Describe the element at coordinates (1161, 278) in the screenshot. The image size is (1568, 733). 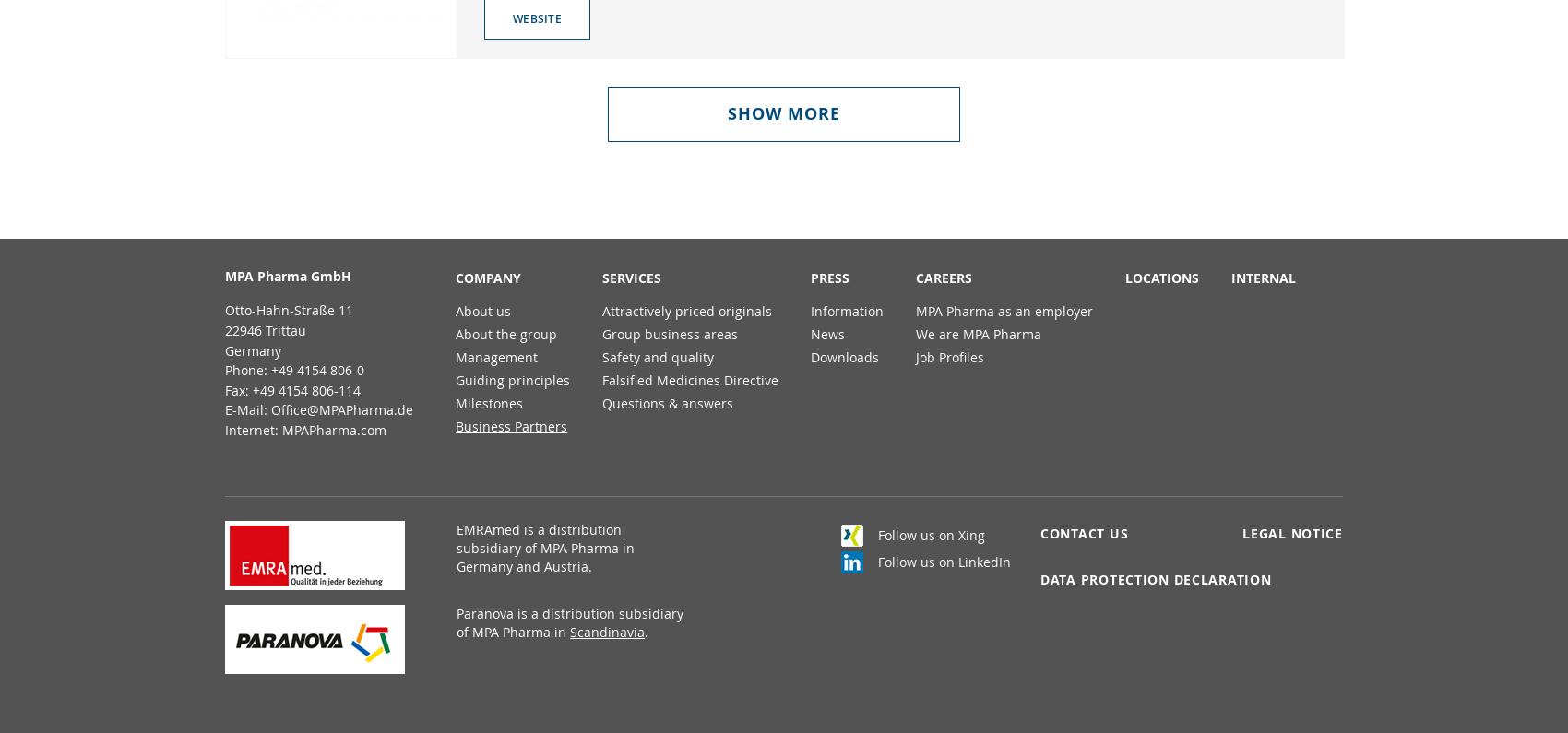
I see `'Locations'` at that location.